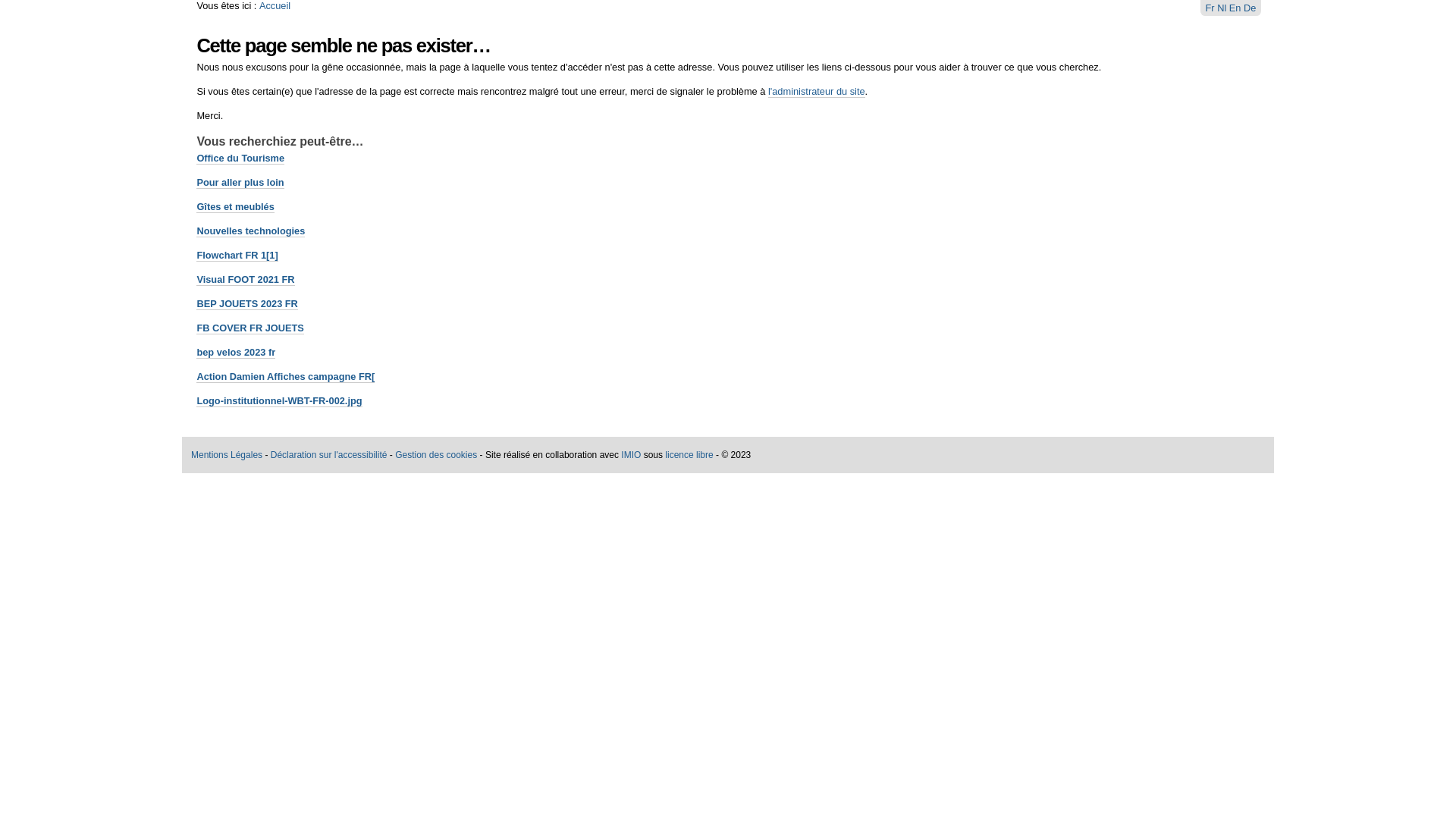  I want to click on 'BEP JOUETS 2023 FR', so click(246, 304).